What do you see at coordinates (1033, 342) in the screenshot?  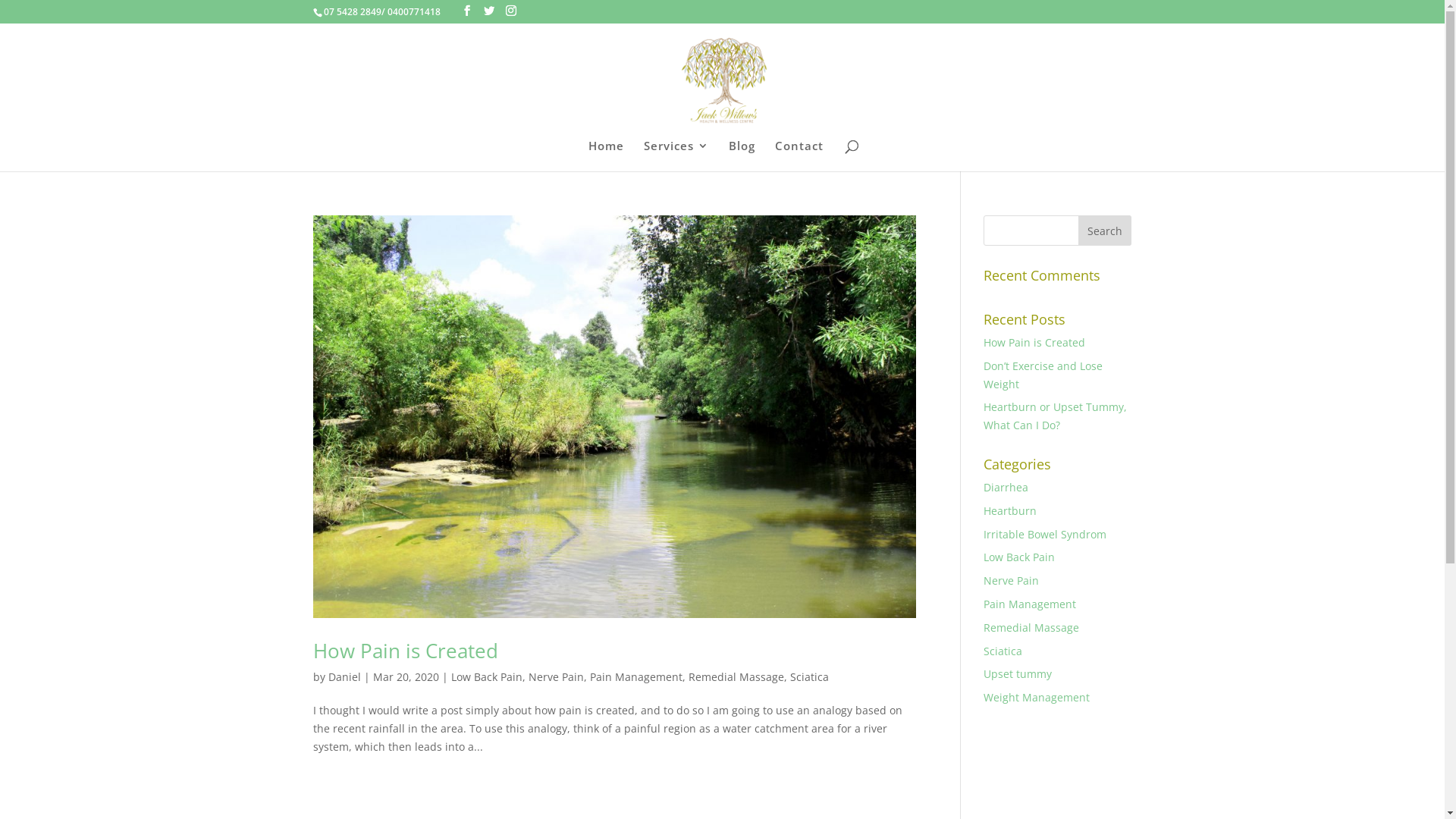 I see `'How Pain is Created'` at bounding box center [1033, 342].